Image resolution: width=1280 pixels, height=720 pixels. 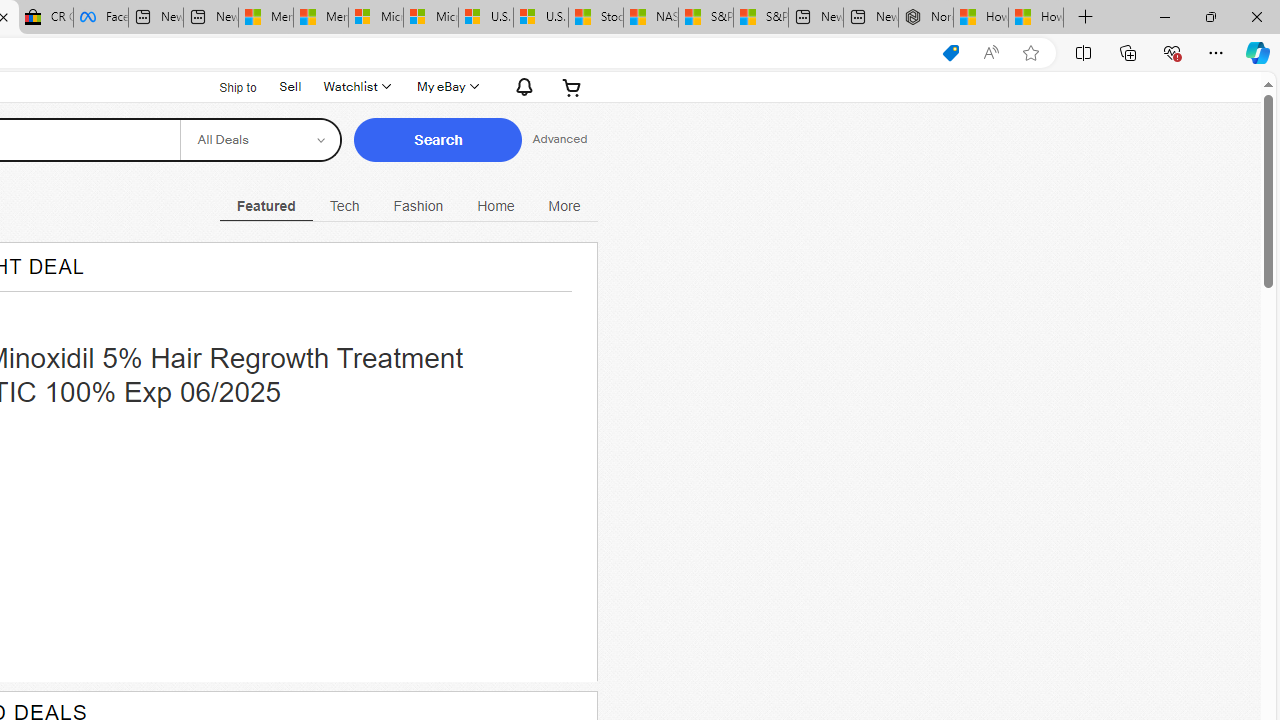 What do you see at coordinates (1036, 17) in the screenshot?
I see `'How to Use a Monitor With Your Closed Laptop'` at bounding box center [1036, 17].